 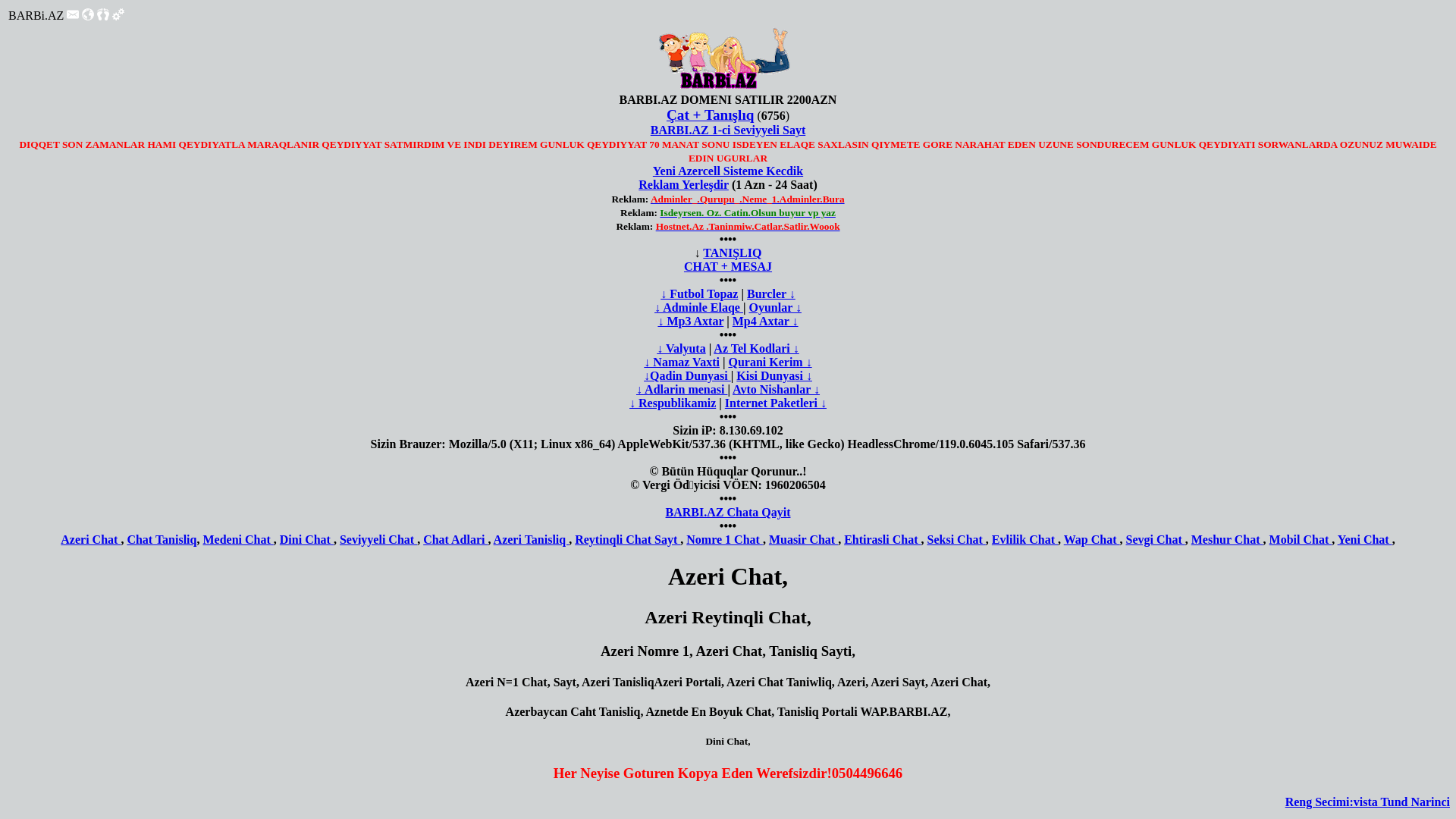 What do you see at coordinates (102, 16) in the screenshot?
I see `'Qonaqlar'` at bounding box center [102, 16].